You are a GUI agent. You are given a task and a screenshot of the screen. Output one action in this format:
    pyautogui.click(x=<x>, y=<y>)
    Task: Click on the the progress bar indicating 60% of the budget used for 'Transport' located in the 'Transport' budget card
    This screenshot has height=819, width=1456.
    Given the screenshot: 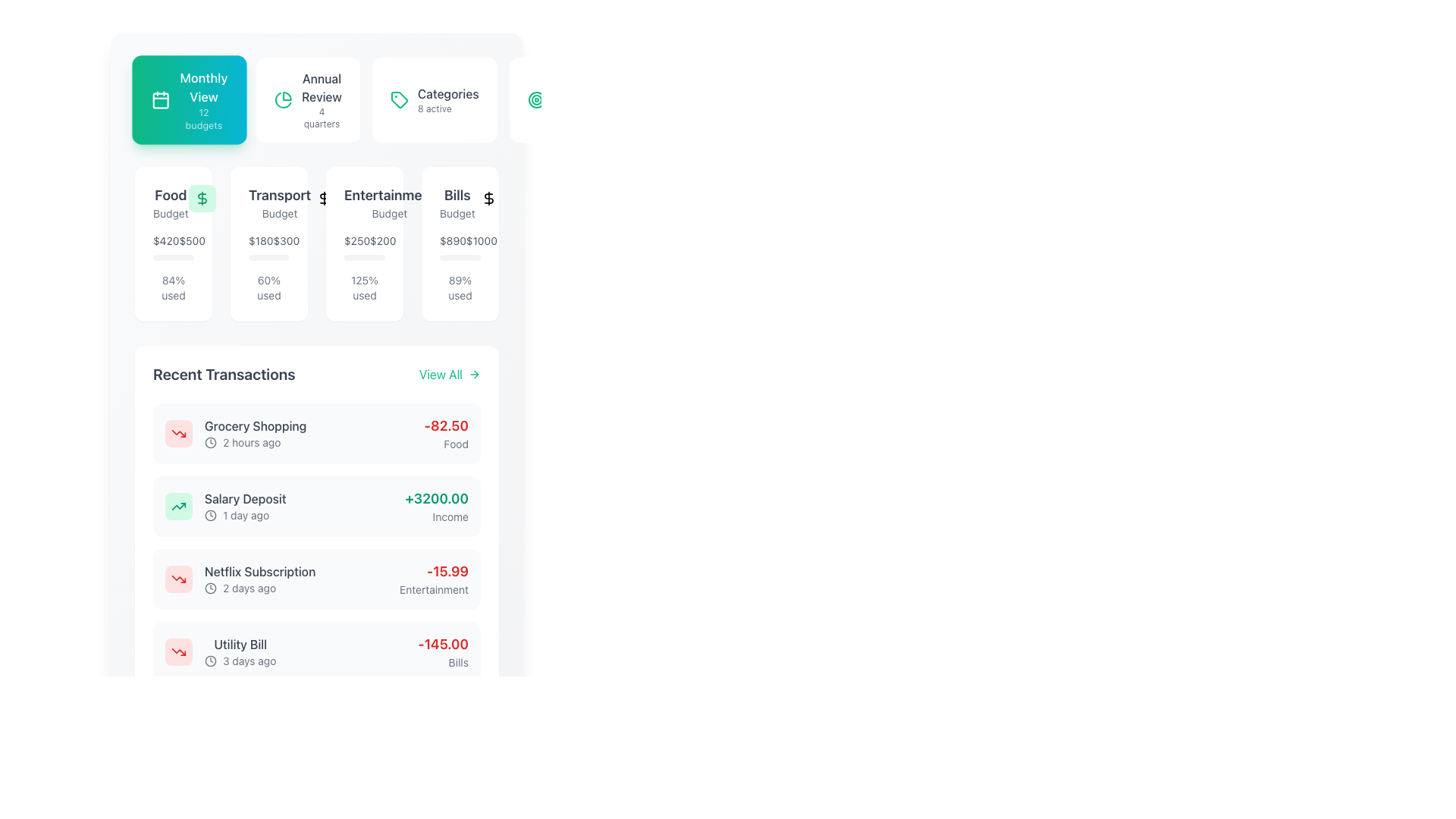 What is the action you would take?
    pyautogui.click(x=261, y=256)
    